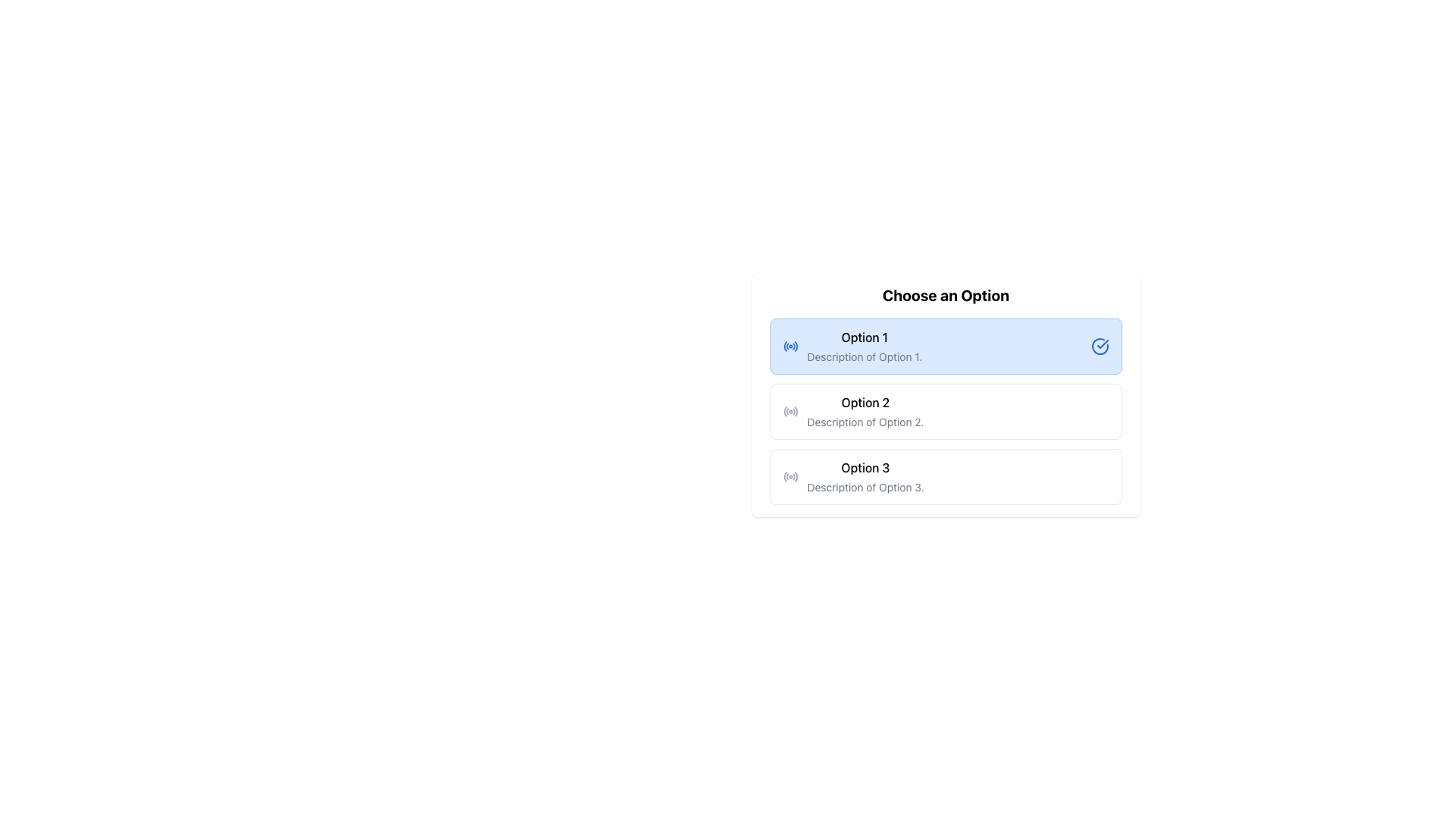  I want to click on the icon indicating the selectable state of 'Option 2', which is located to the left of the text 'Option 2' in the option selection list, so click(789, 412).